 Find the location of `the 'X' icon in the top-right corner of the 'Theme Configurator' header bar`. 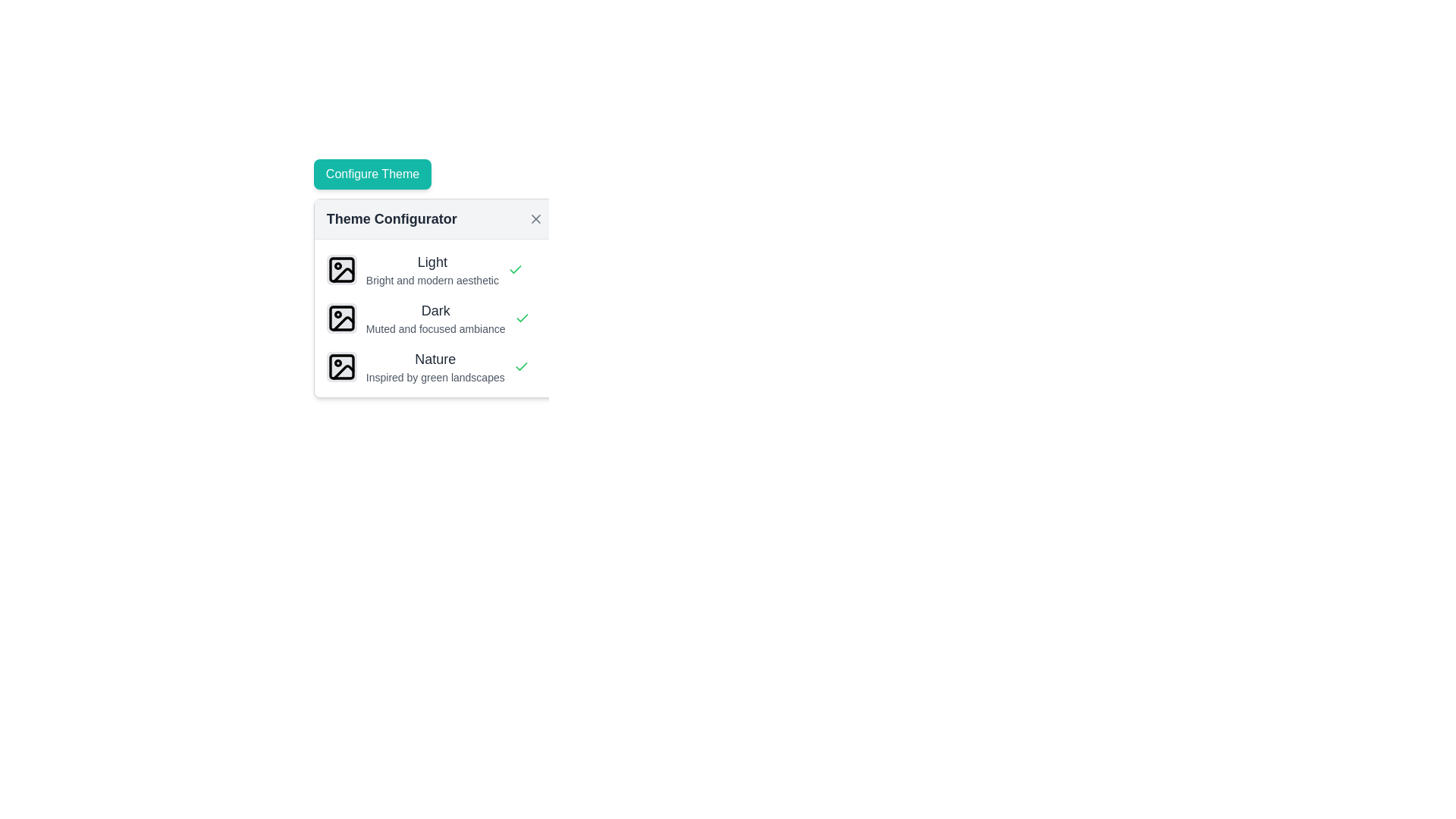

the 'X' icon in the top-right corner of the 'Theme Configurator' header bar is located at coordinates (535, 219).